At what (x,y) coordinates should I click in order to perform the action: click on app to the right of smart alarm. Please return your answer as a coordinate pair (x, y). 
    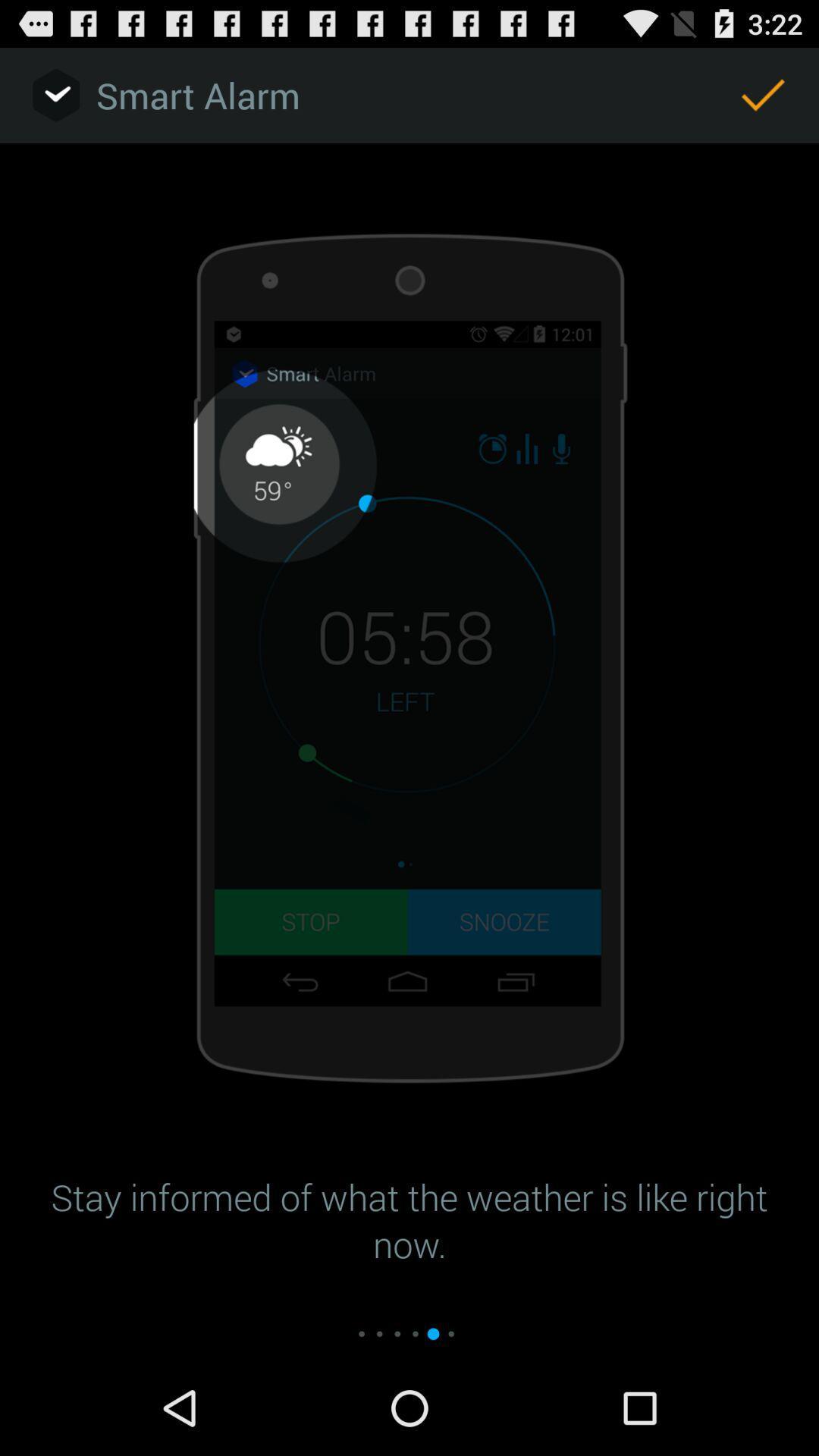
    Looking at the image, I should click on (763, 94).